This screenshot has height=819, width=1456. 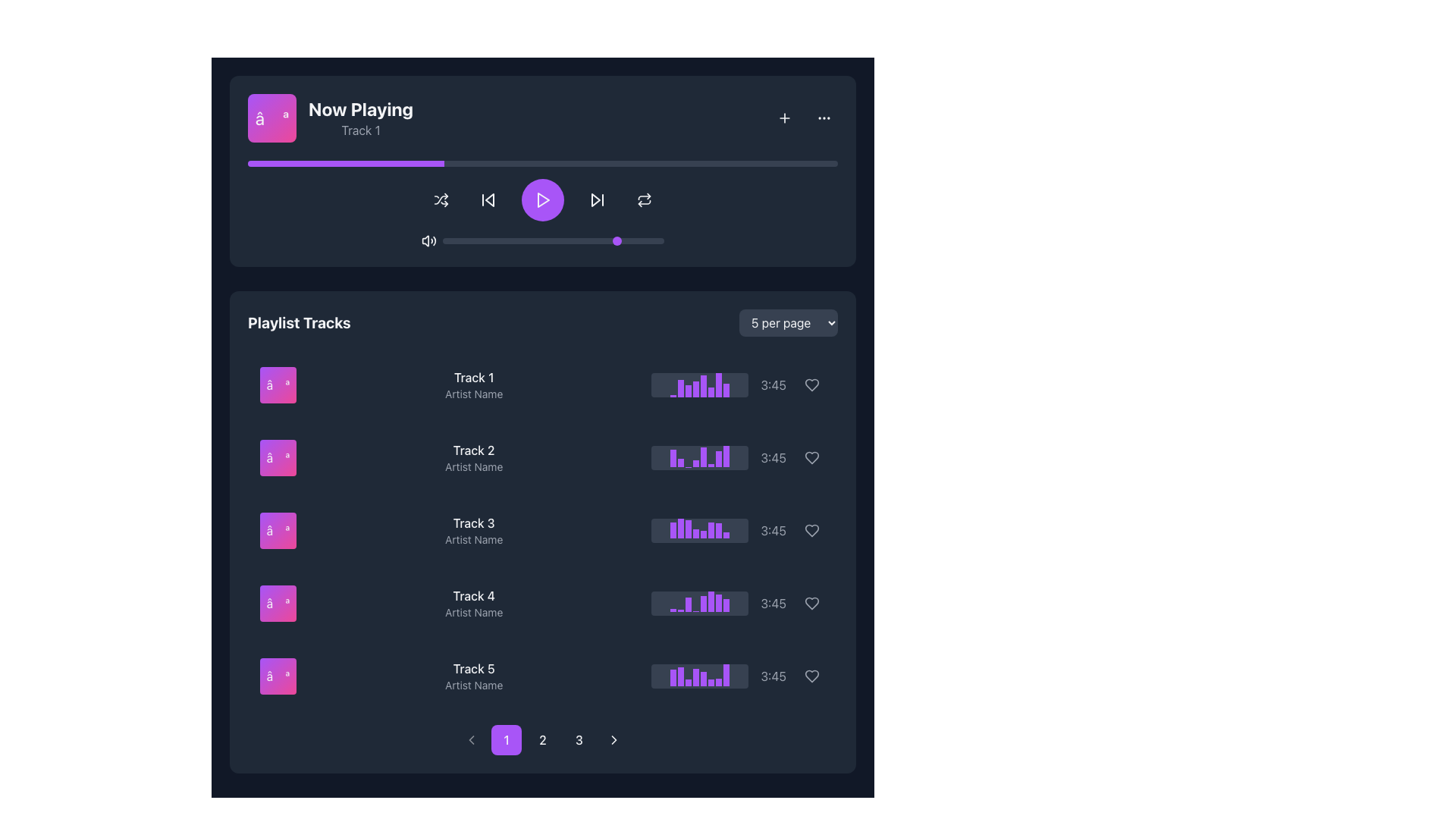 I want to click on text label saying 'Track 2', which is styled in a medium font weight and positioned centrally within its containing area on a dark blue background, so click(x=473, y=450).